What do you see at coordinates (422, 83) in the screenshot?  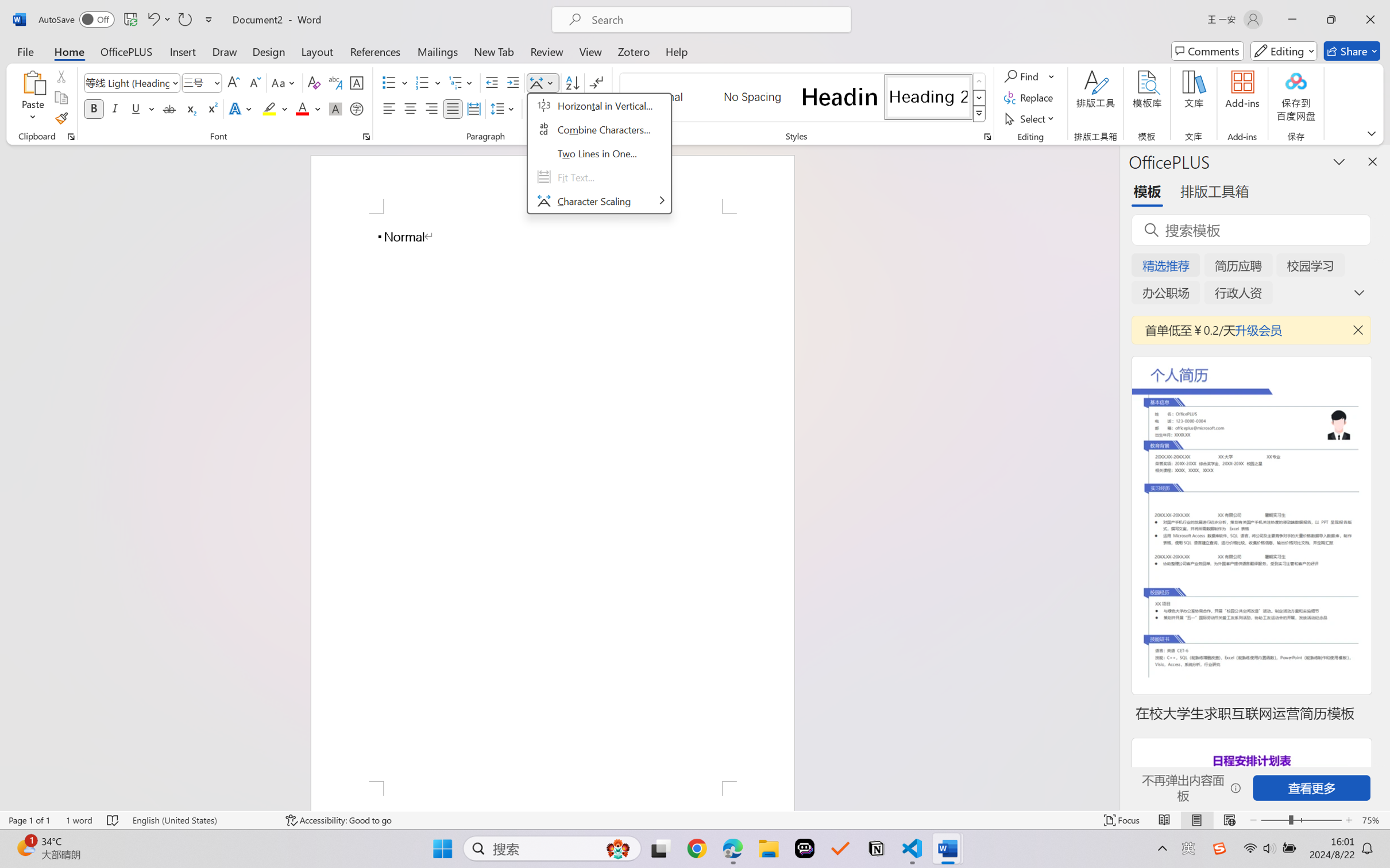 I see `'Numbering'` at bounding box center [422, 83].